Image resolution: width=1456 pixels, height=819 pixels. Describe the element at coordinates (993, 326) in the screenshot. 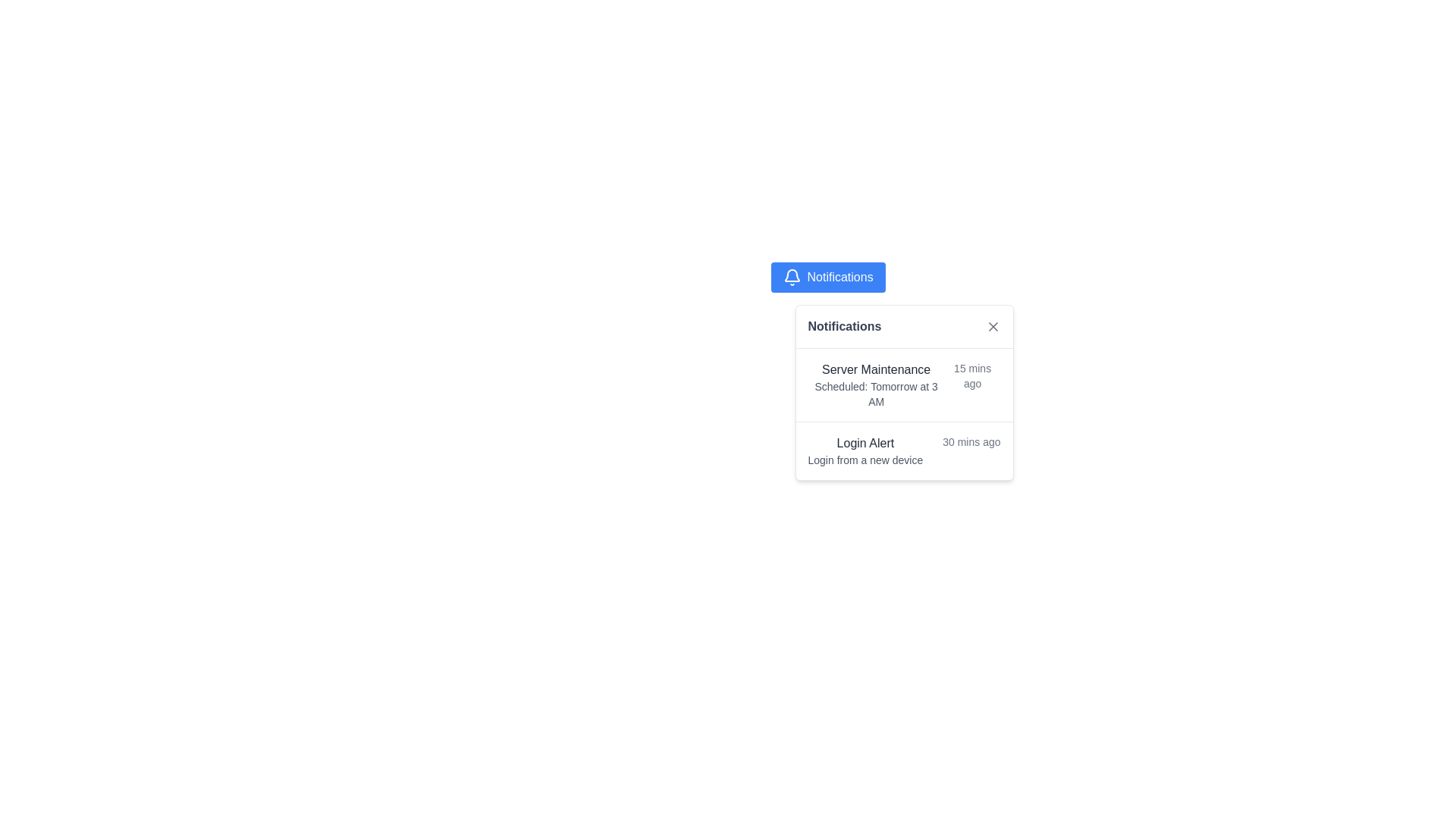

I see `the 'X' icon button located in the top-right corner of the notifications popup` at that location.